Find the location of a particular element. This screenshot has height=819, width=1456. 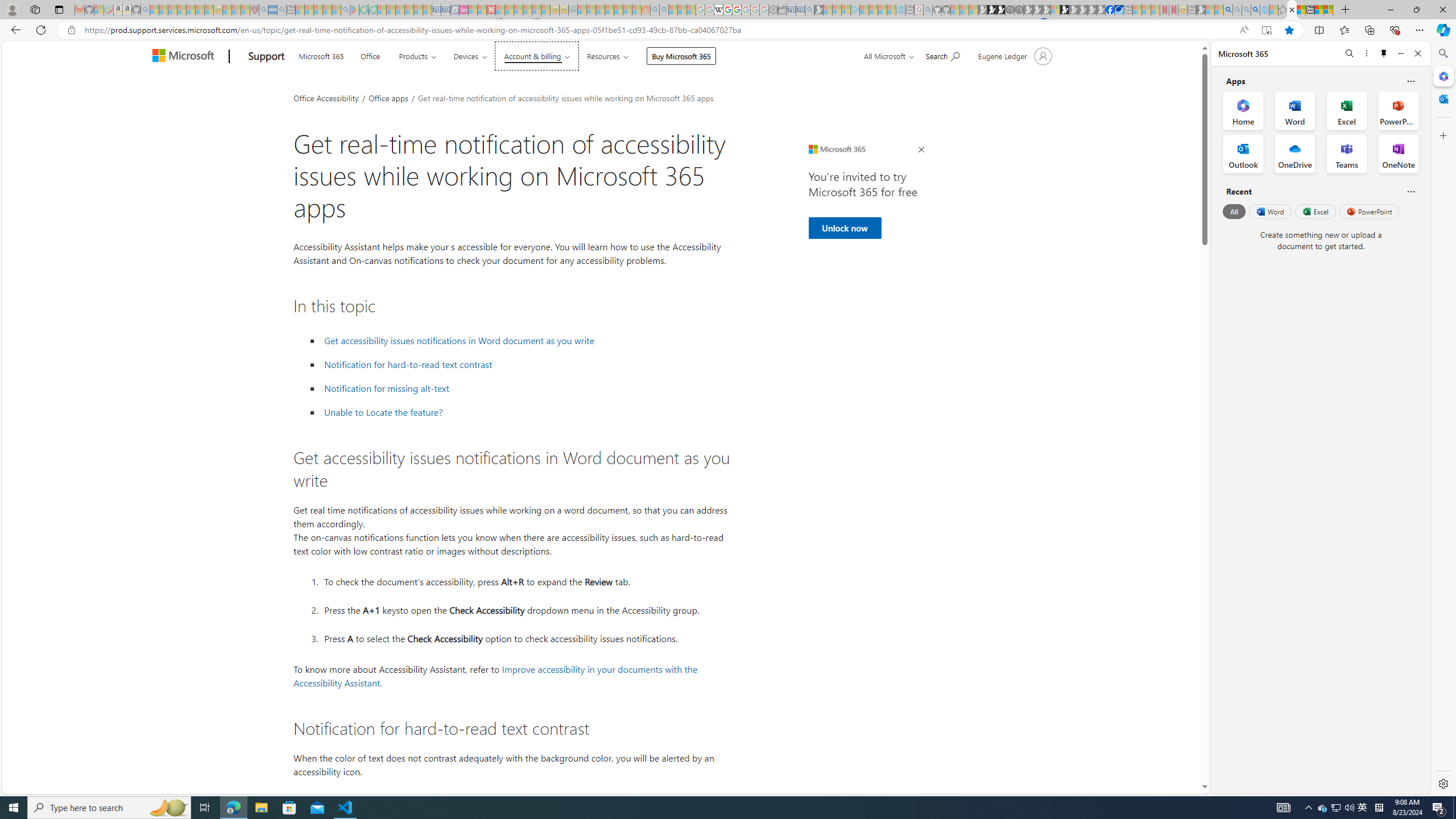

'Bing Real Estate - Home sales and rental listings - Sleeping' is located at coordinates (809, 9).